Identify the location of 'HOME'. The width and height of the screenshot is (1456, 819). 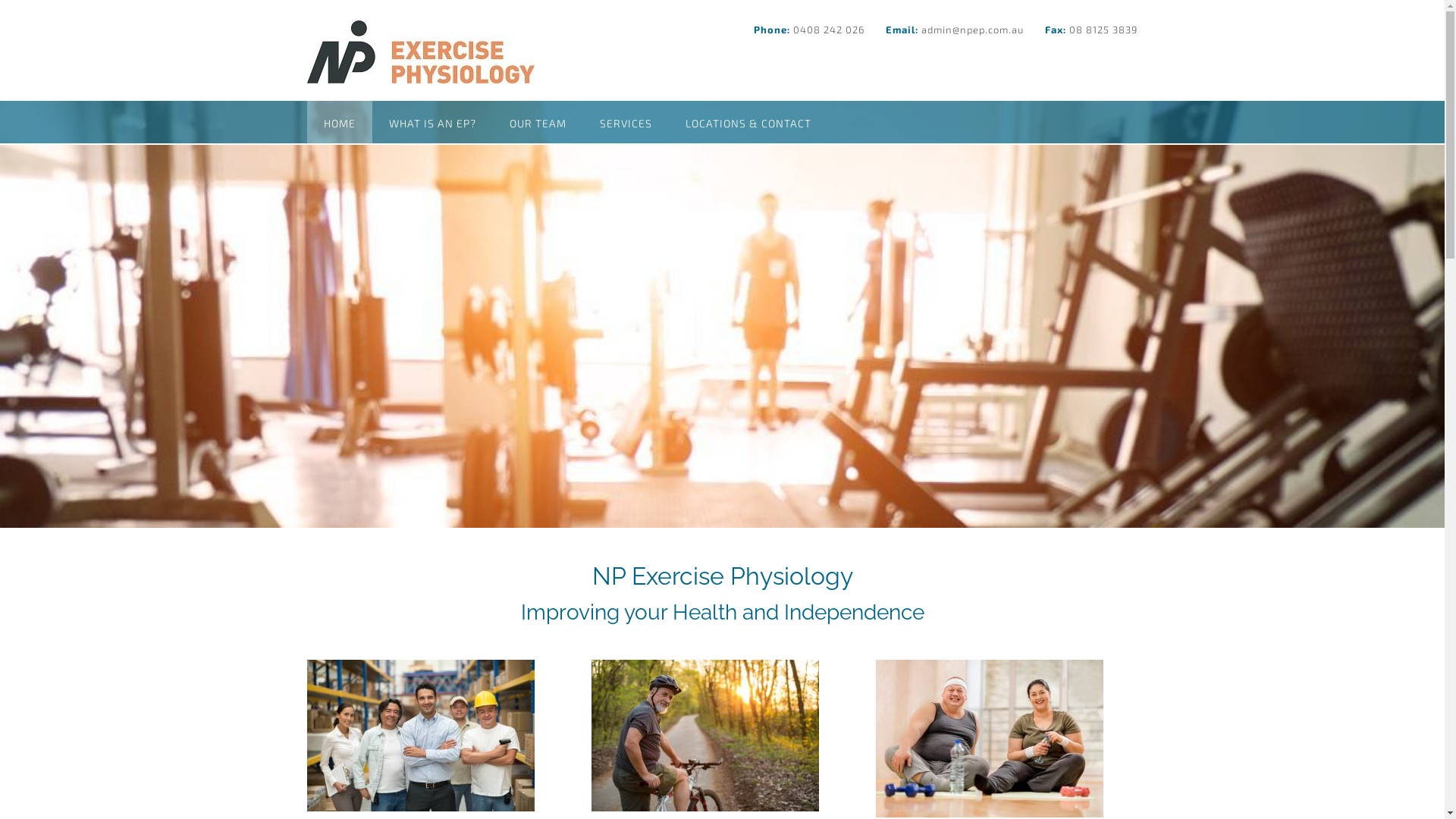
(337, 121).